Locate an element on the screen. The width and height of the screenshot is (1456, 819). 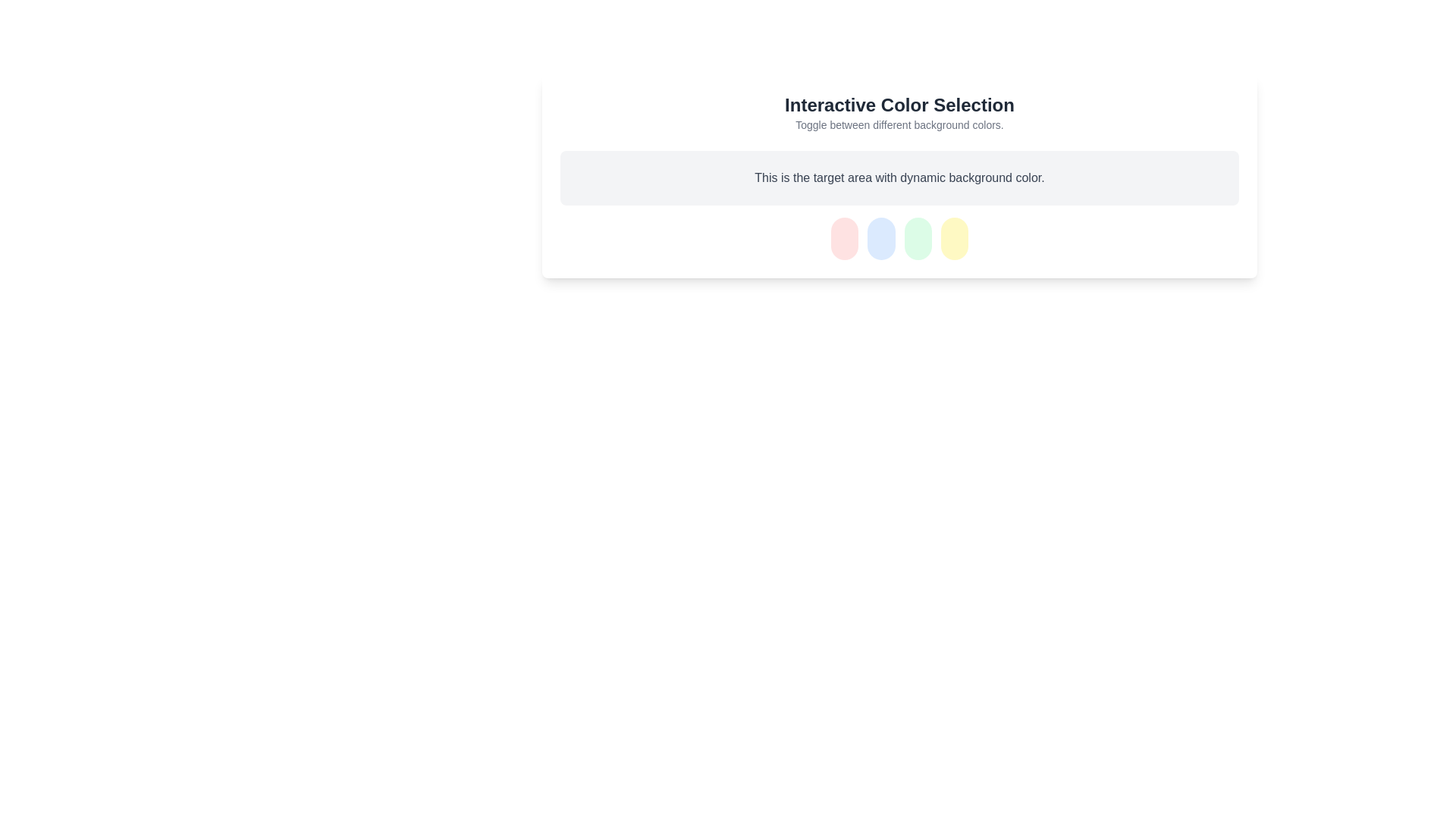
the text element containing the phrase 'This is the target area with dynamic background color.' which is centrally aligned, gray-colored, and positioned below the title 'Interactive Color Selection' is located at coordinates (899, 177).